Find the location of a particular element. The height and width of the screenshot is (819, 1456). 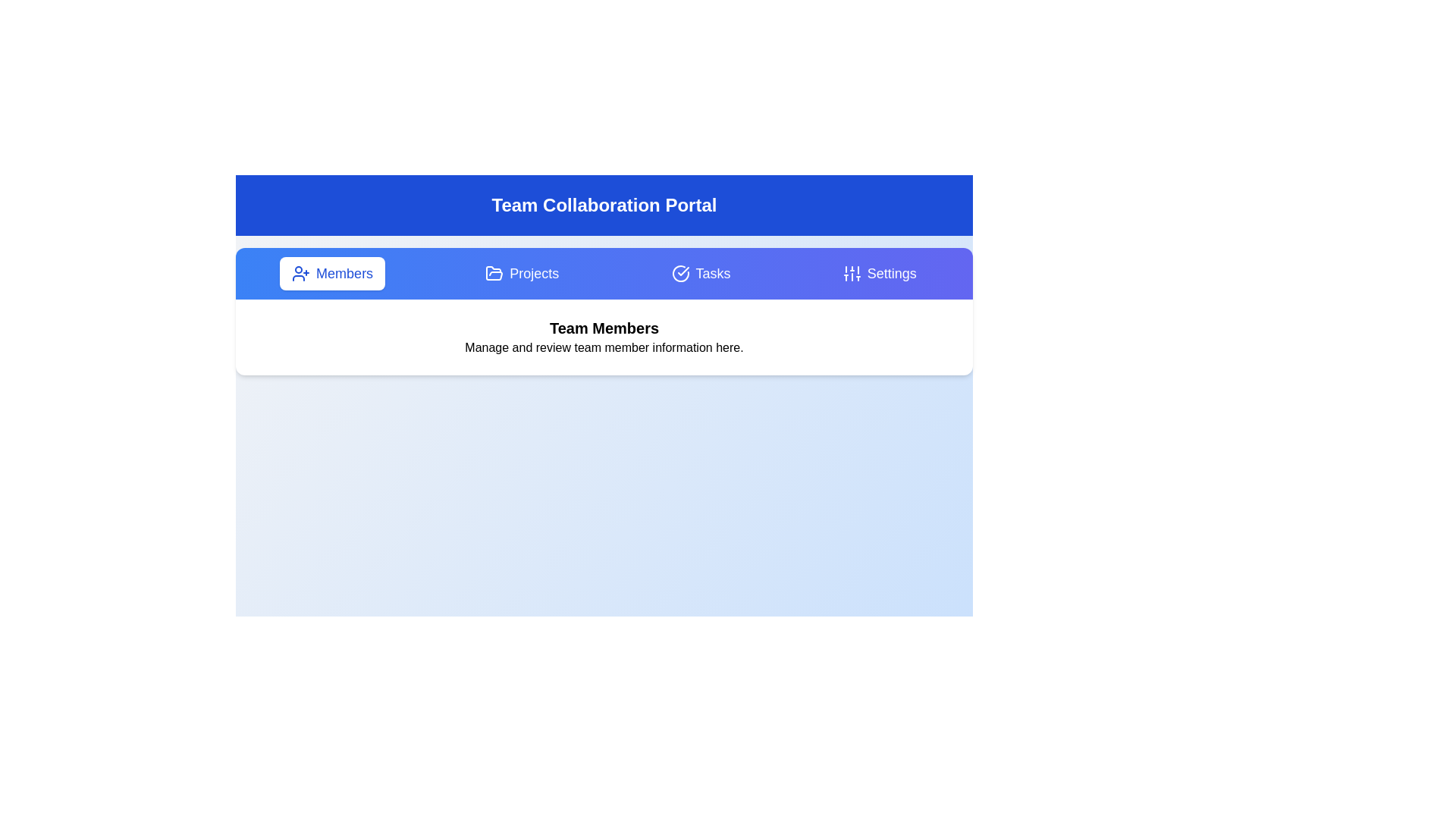

the settings icon located inside the 'Settings' button, which is the fourth button from the left in the navigation row, positioned before the 'Settings' text label is located at coordinates (852, 274).